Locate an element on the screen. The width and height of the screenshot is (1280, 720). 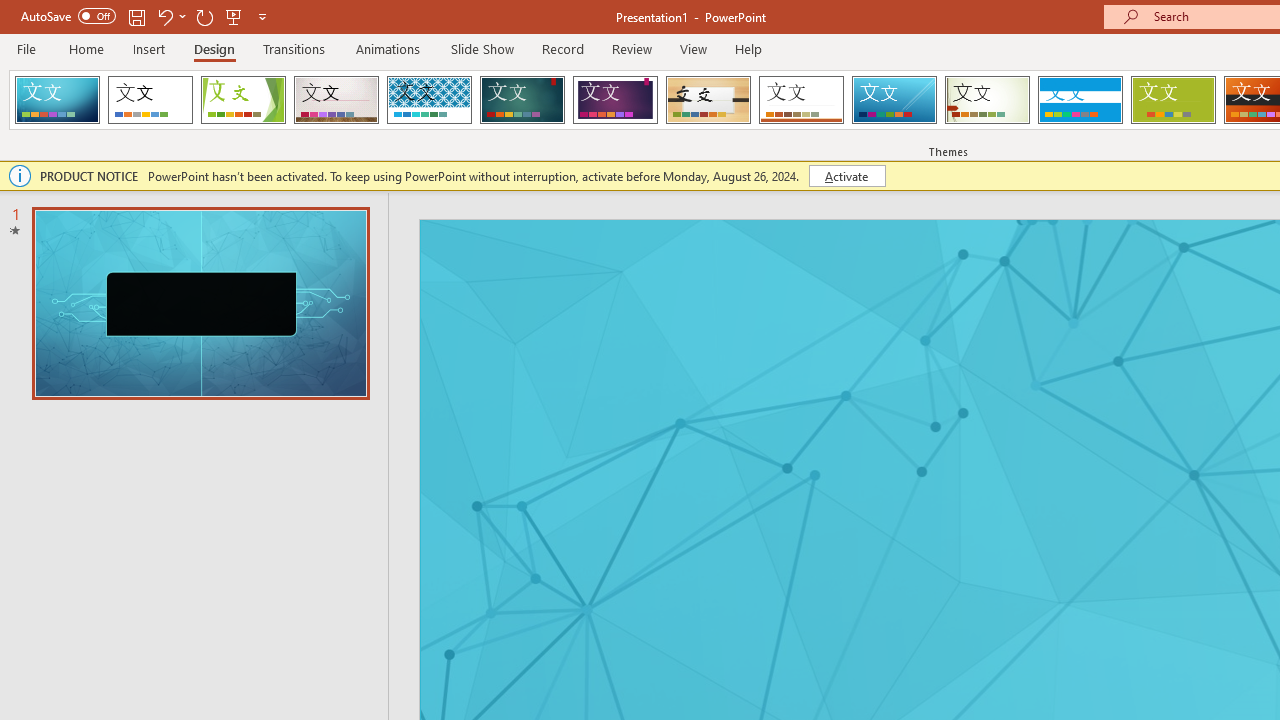
'Retrospect' is located at coordinates (801, 100).